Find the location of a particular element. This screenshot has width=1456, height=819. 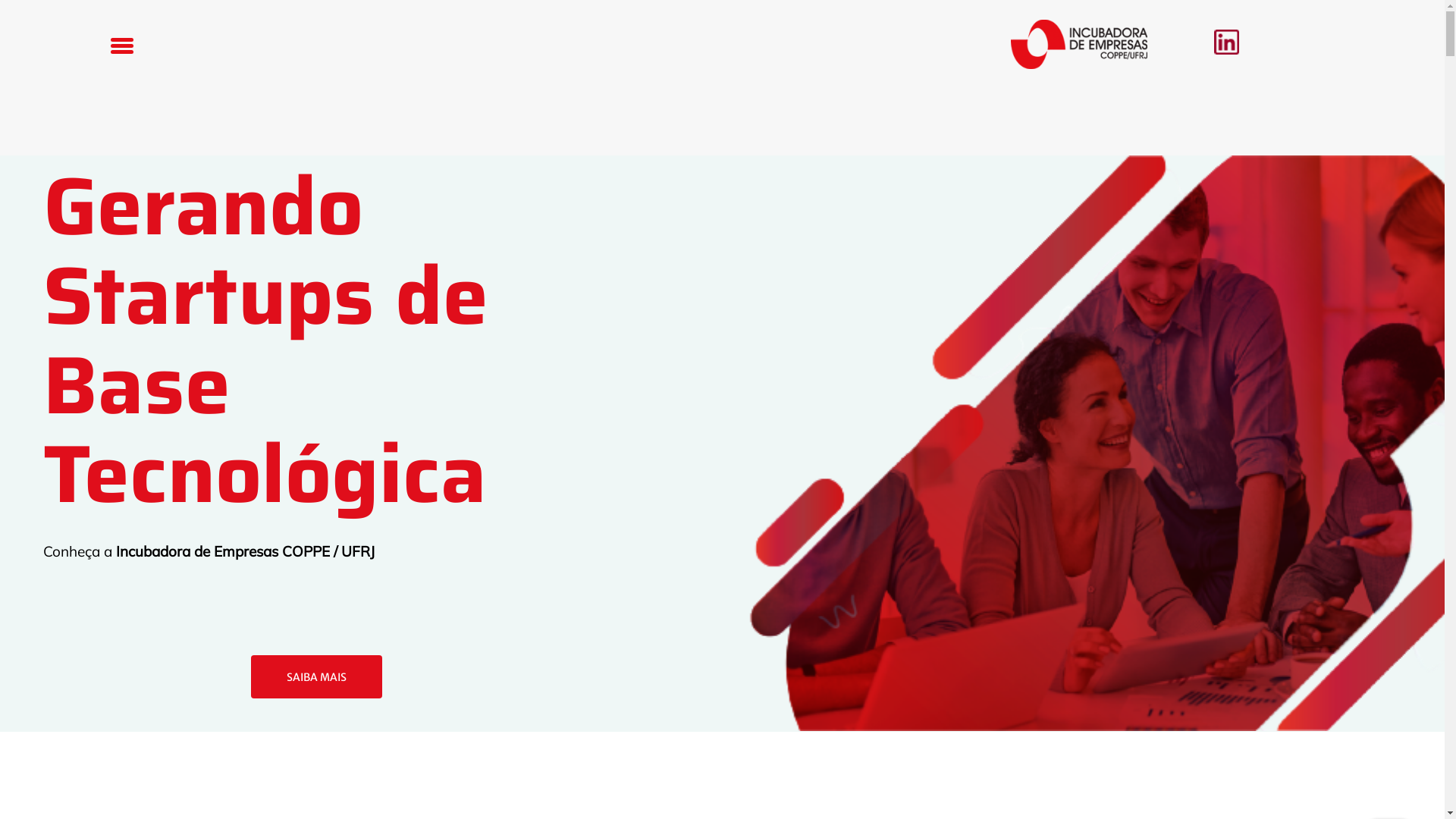

'SAIBA MAIS' is located at coordinates (315, 676).